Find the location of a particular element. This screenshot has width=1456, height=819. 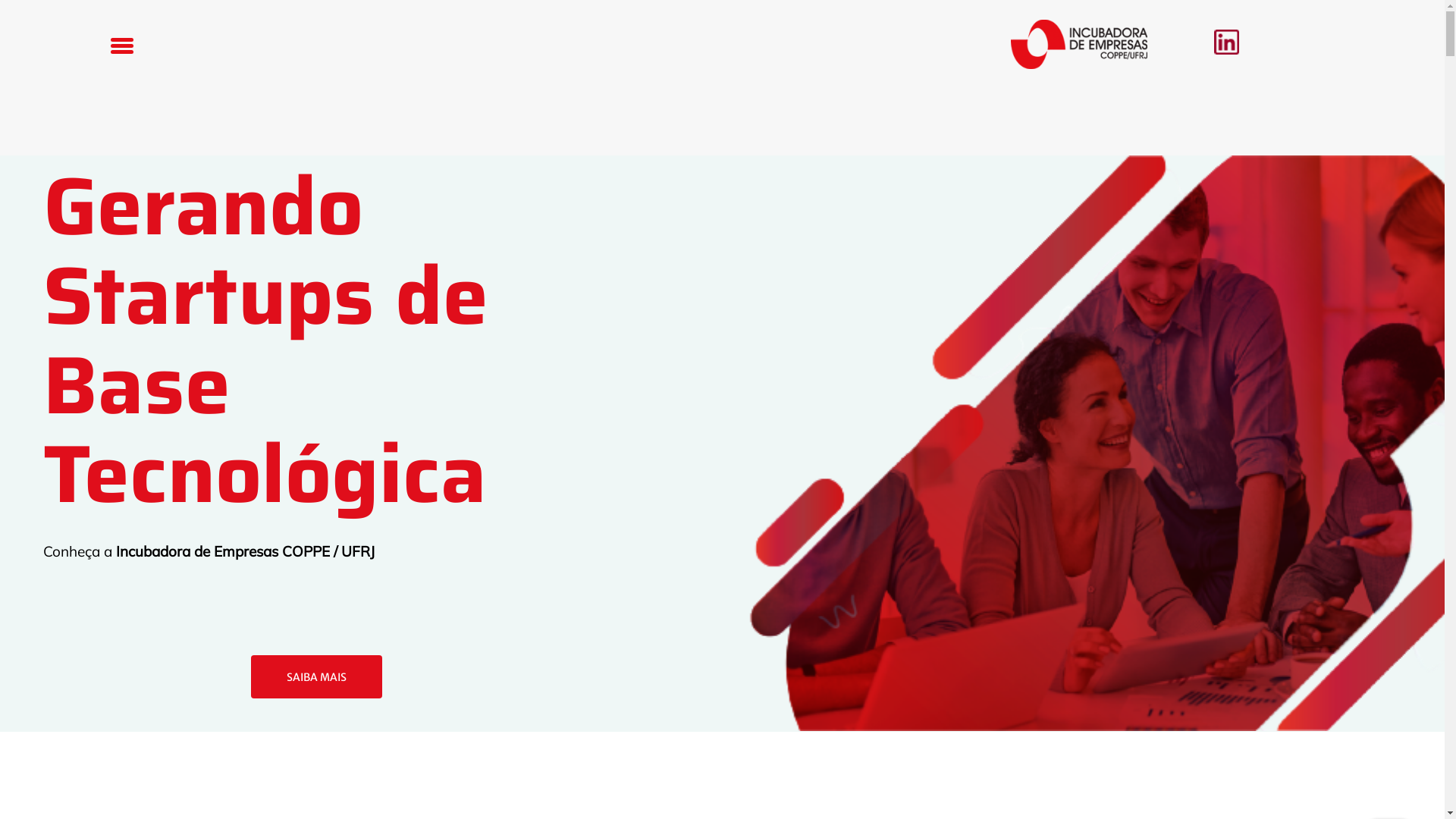

'SAIBA MAIS' is located at coordinates (315, 676).